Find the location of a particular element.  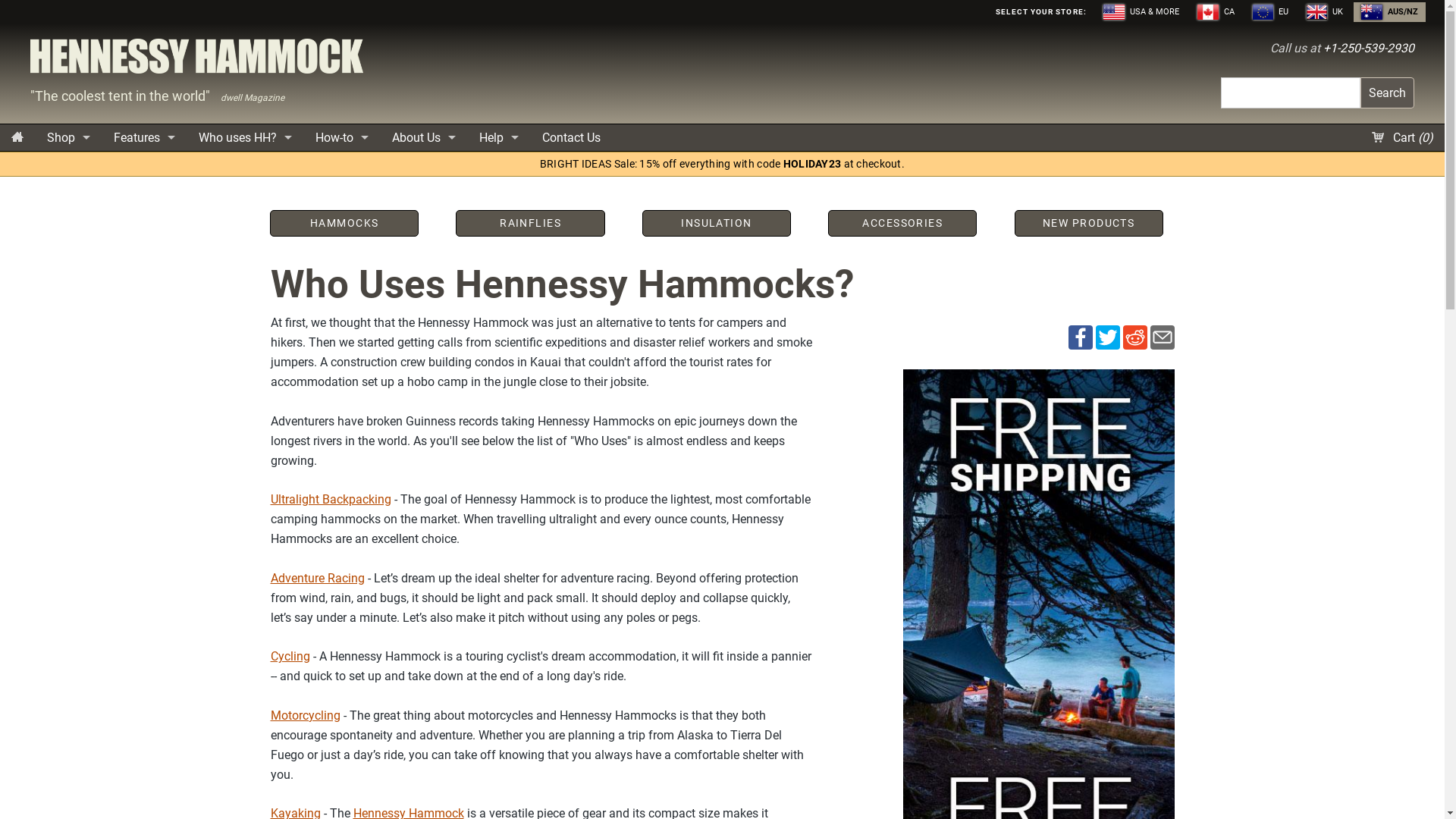

'ACCESSORIES' is located at coordinates (902, 223).